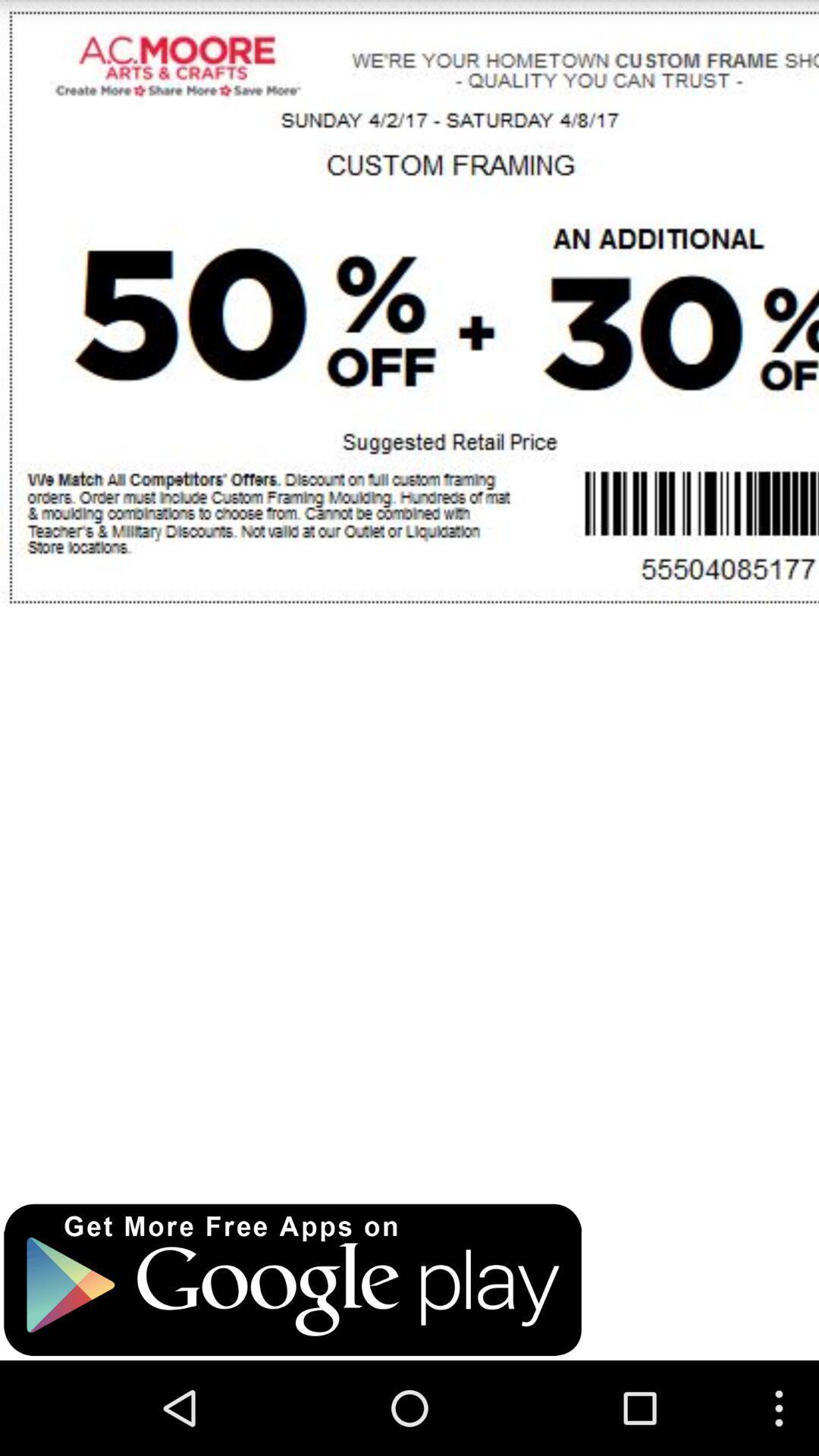 The width and height of the screenshot is (819, 1456). I want to click on acmoore, so click(409, 593).